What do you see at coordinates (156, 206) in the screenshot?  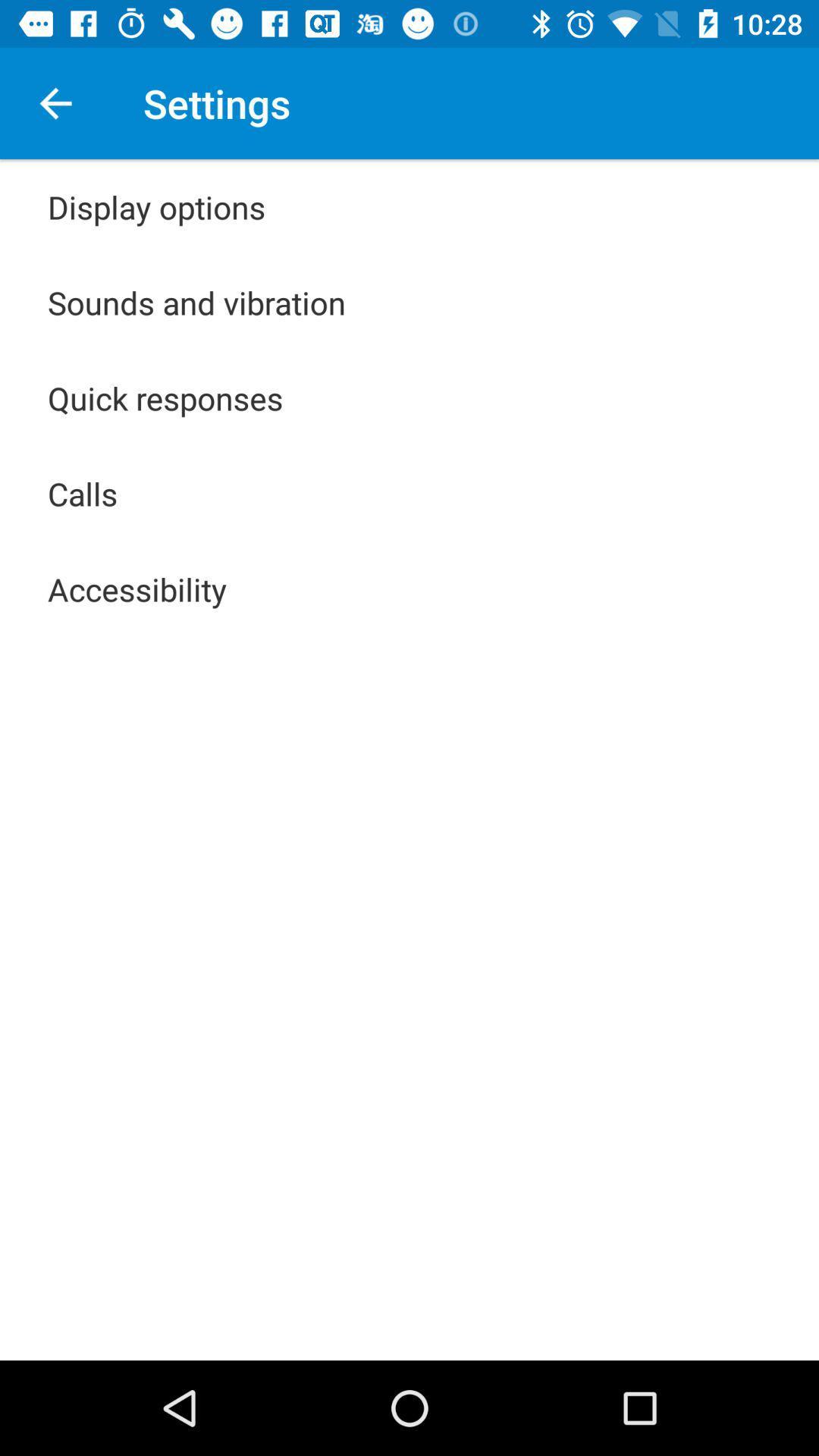 I see `display options app` at bounding box center [156, 206].